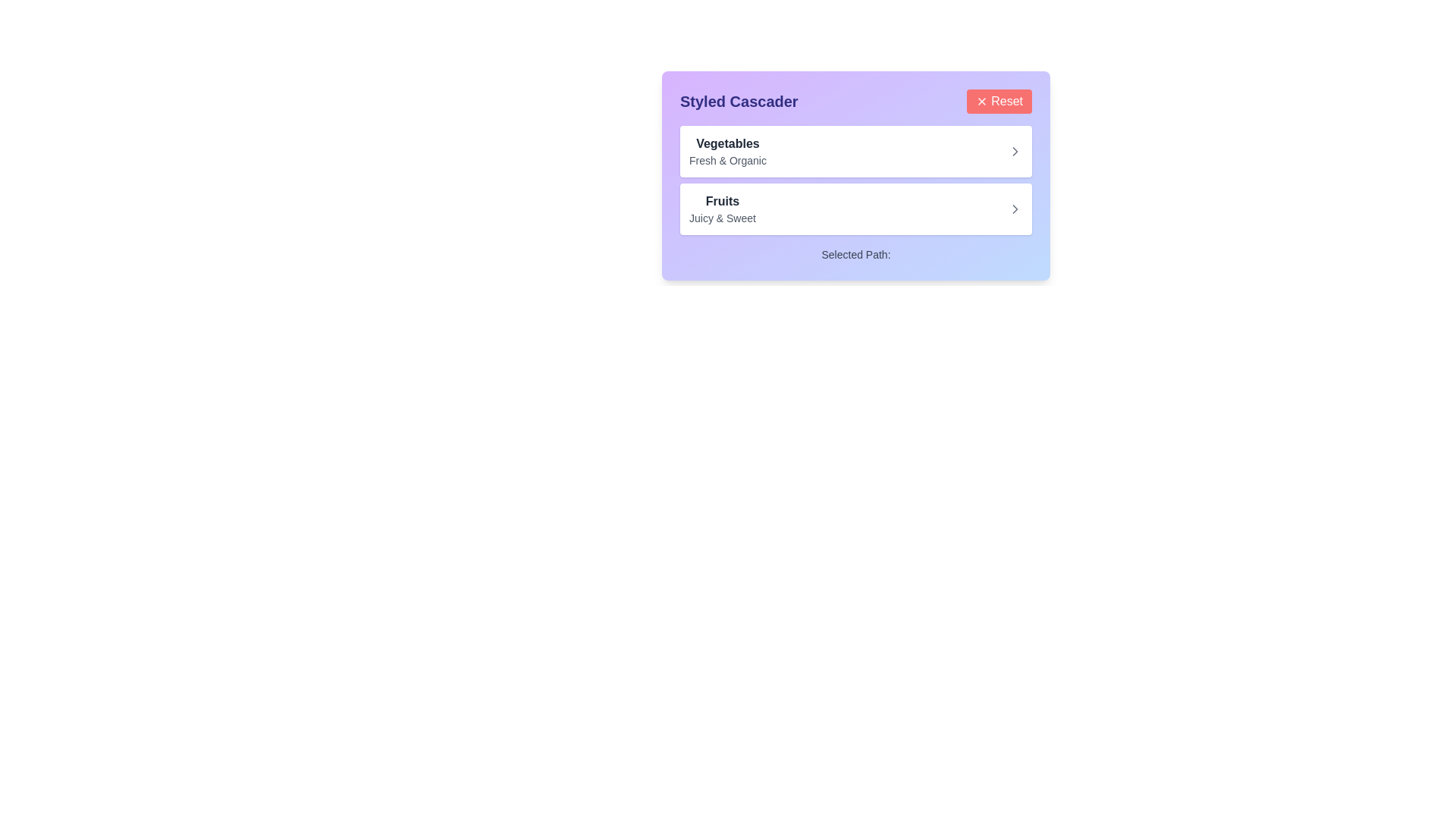 The image size is (1456, 819). What do you see at coordinates (721, 201) in the screenshot?
I see `the bold text label reading 'Fruits' that is centered in the second item of a vertically aligned list, situated between 'Vegetables' above and 'Juicy & Sweet' below` at bounding box center [721, 201].